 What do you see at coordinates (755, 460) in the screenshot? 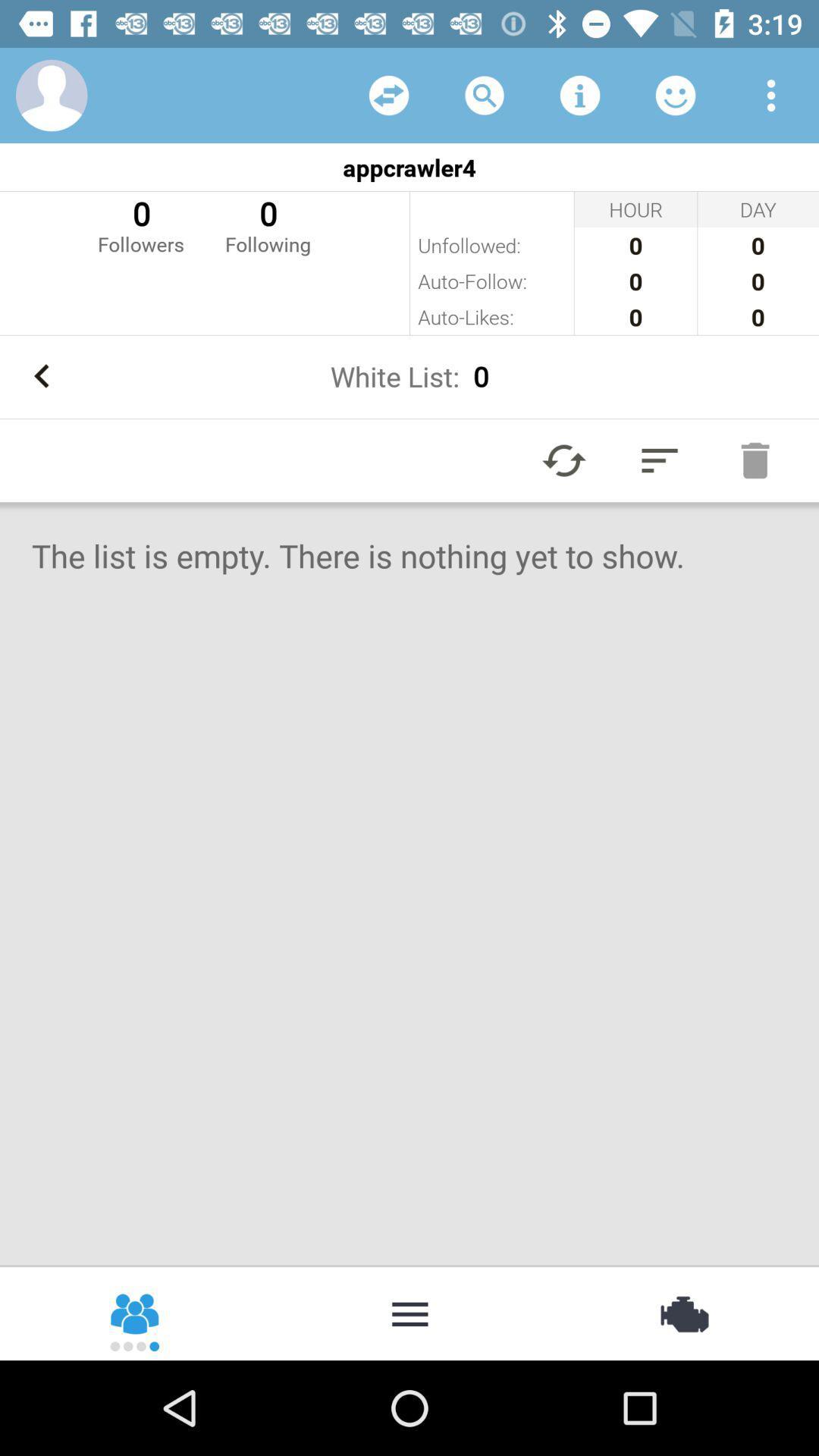
I see `remove from list` at bounding box center [755, 460].